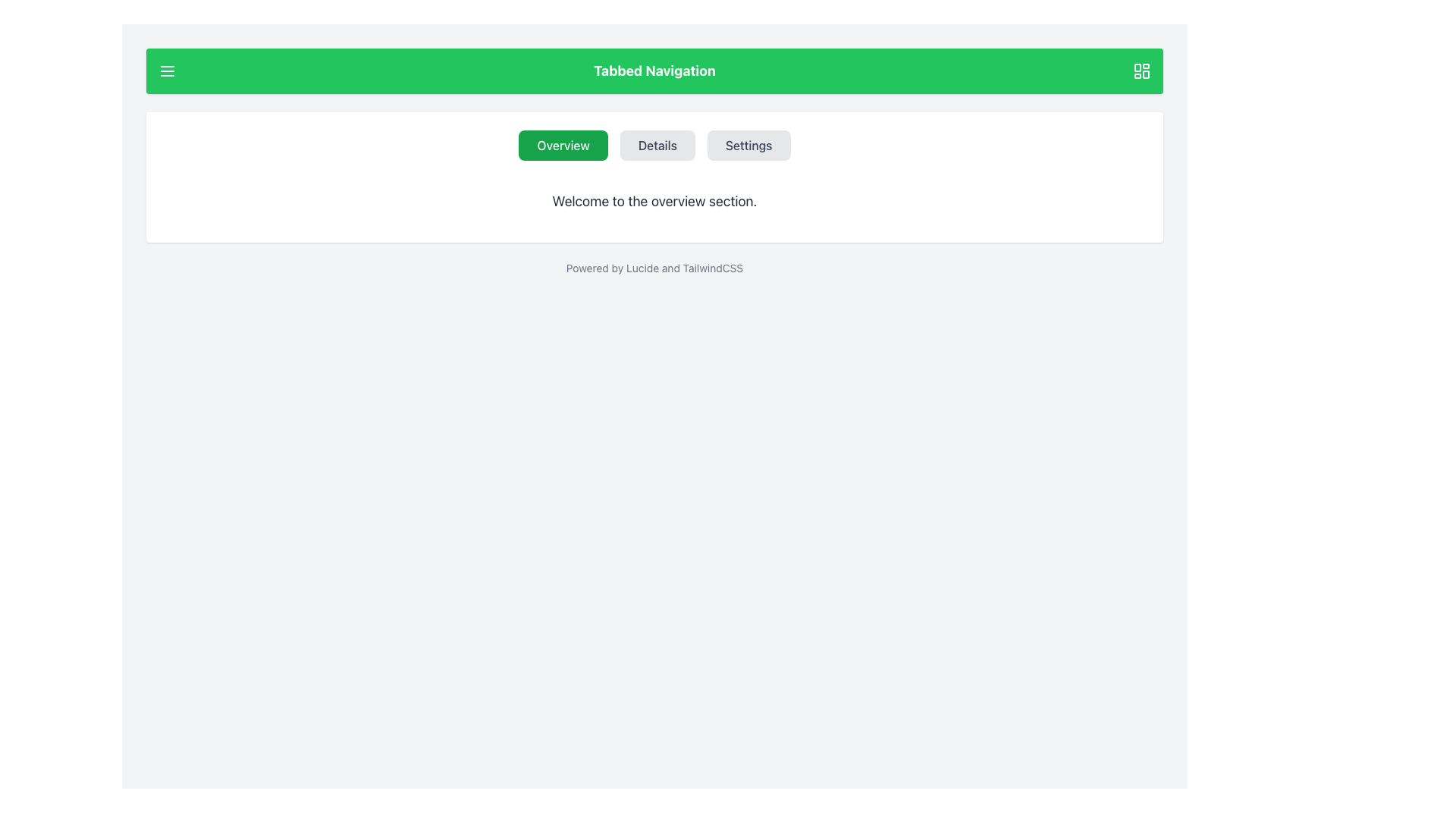 The width and height of the screenshot is (1456, 819). What do you see at coordinates (654, 201) in the screenshot?
I see `the non-interactive informational header located centrally beneath the 'Tabbed Navigation' bar, which greets the user and indicates the current section of the application` at bounding box center [654, 201].